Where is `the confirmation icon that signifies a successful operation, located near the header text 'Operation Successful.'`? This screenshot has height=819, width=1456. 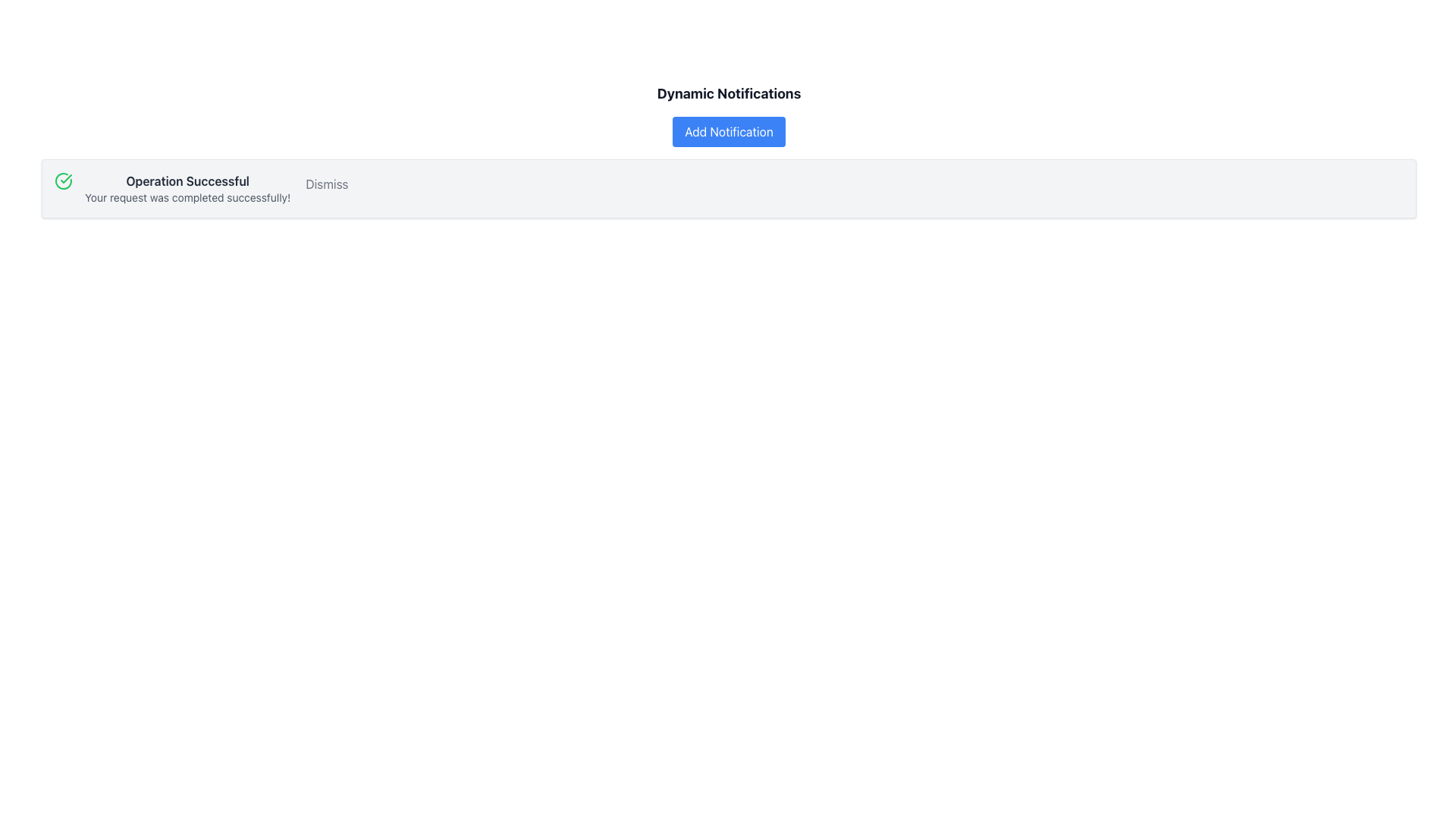
the confirmation icon that signifies a successful operation, located near the header text 'Operation Successful.' is located at coordinates (62, 180).